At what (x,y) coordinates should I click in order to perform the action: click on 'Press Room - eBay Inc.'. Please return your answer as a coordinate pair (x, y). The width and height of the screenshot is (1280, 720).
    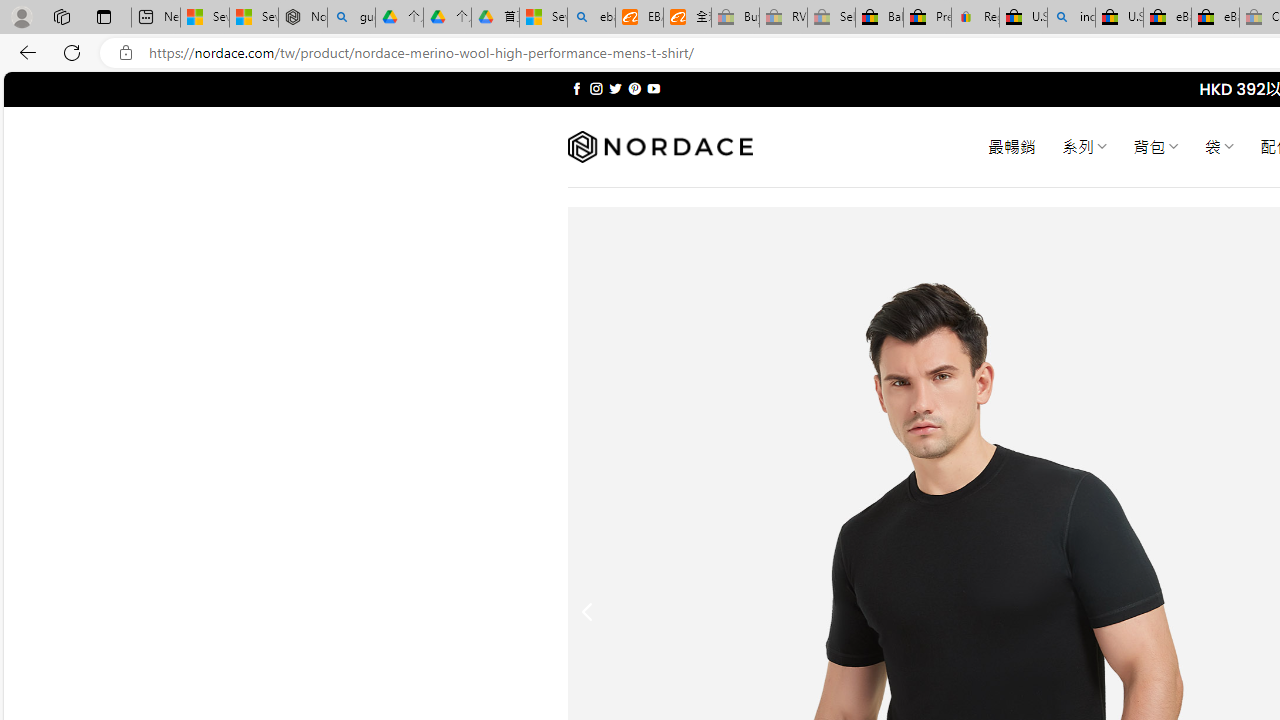
    Looking at the image, I should click on (926, 17).